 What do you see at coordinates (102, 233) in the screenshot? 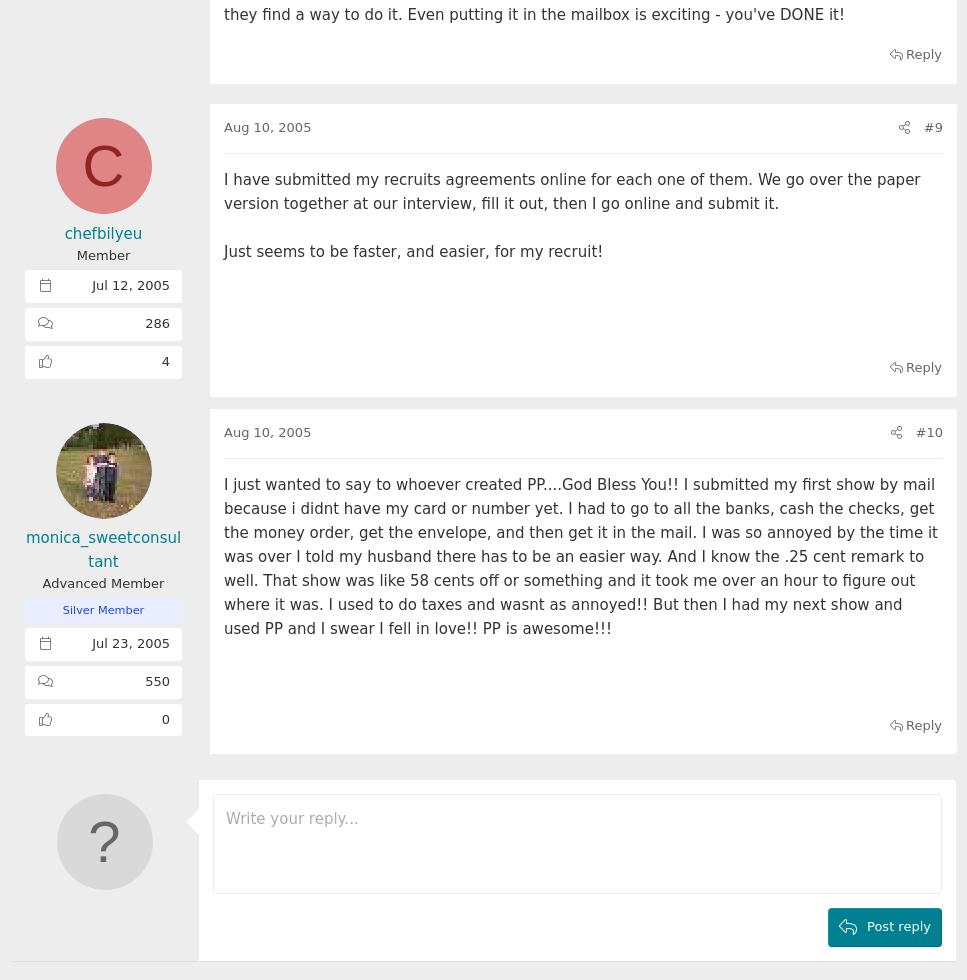
I see `'chefbilyeu'` at bounding box center [102, 233].